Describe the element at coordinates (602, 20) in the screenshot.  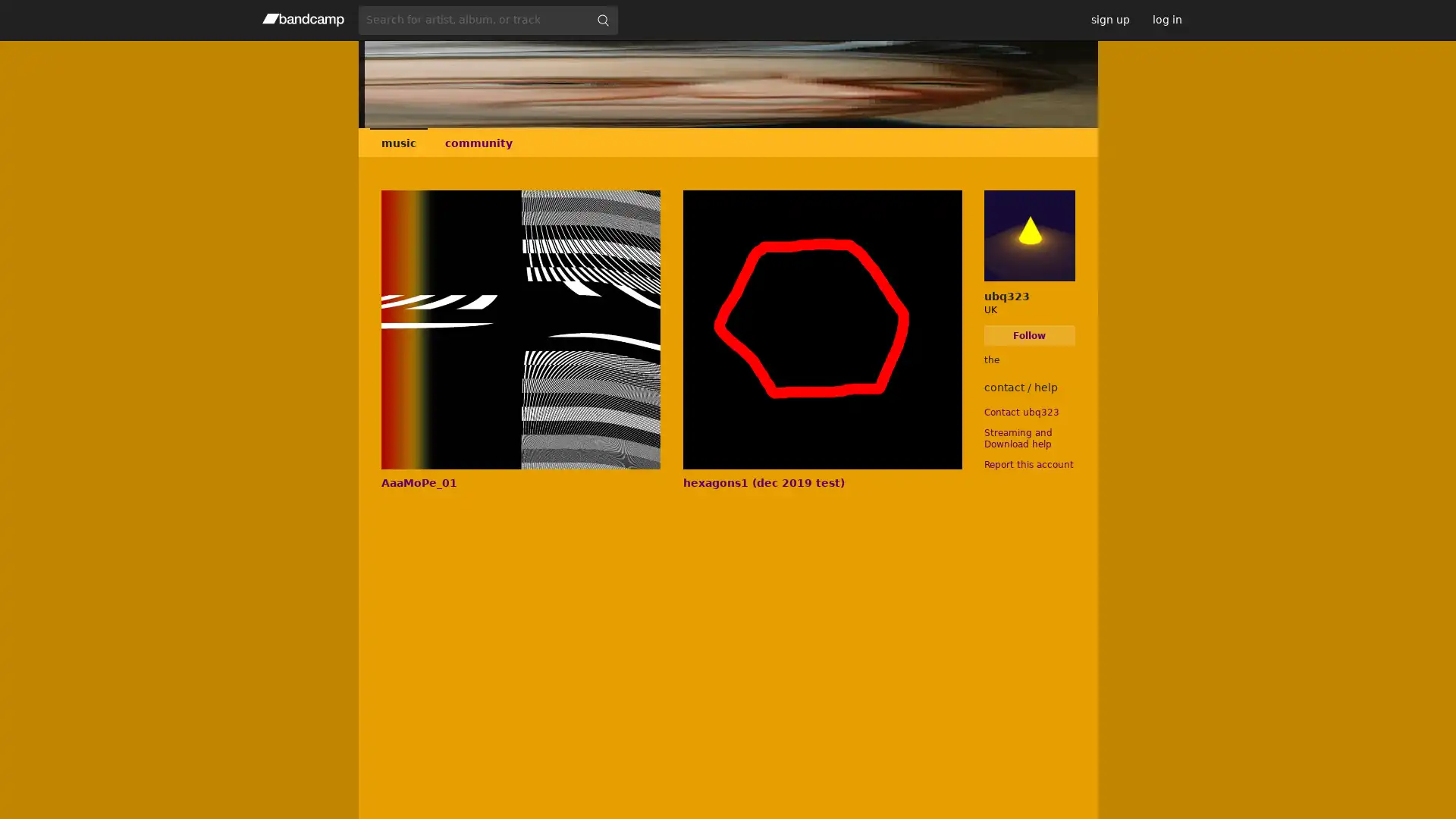
I see `submit for full search page` at that location.